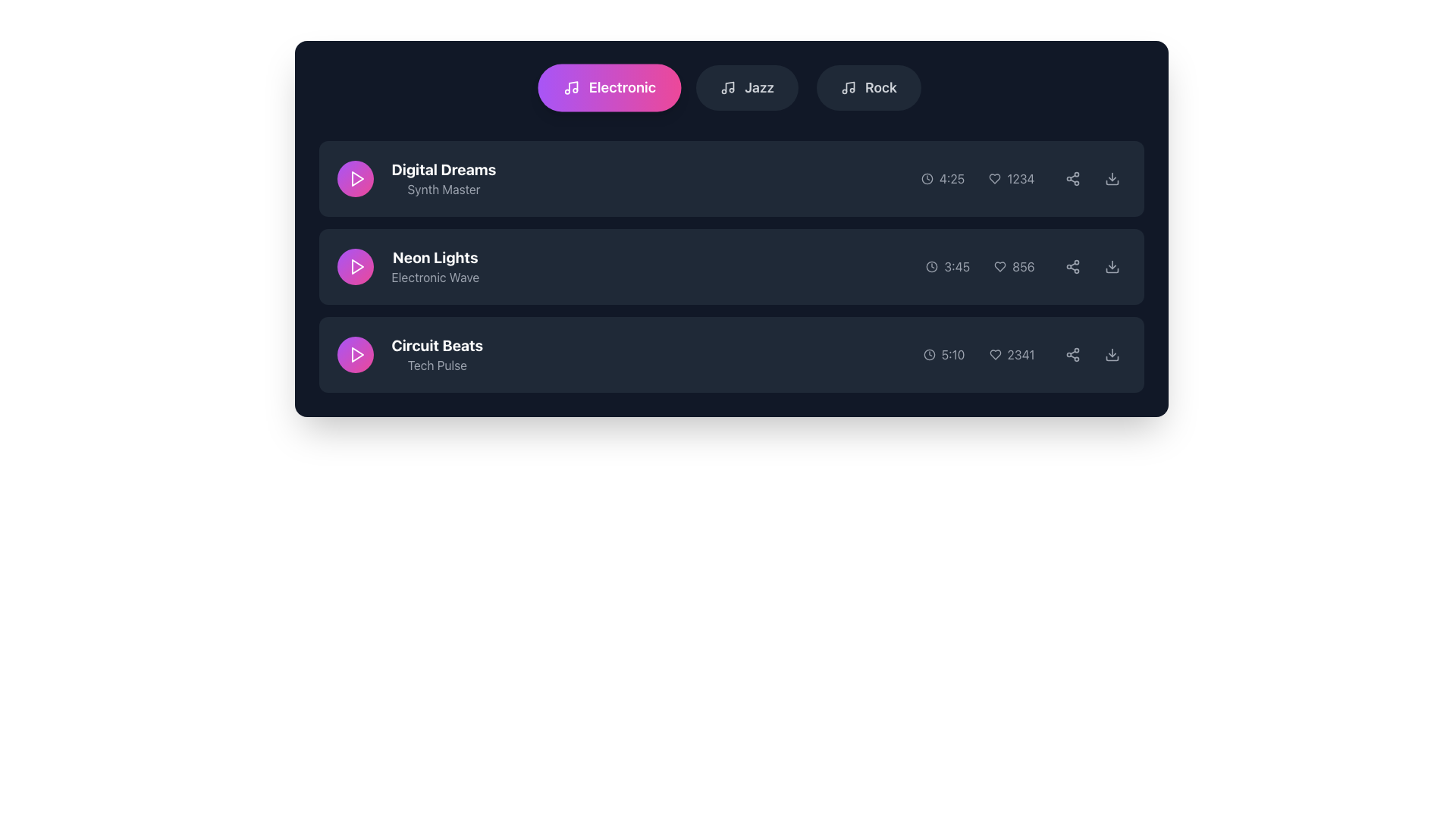 This screenshot has width=1456, height=819. I want to click on the circular button with a download icon located in the third column of the second row, so click(1112, 265).